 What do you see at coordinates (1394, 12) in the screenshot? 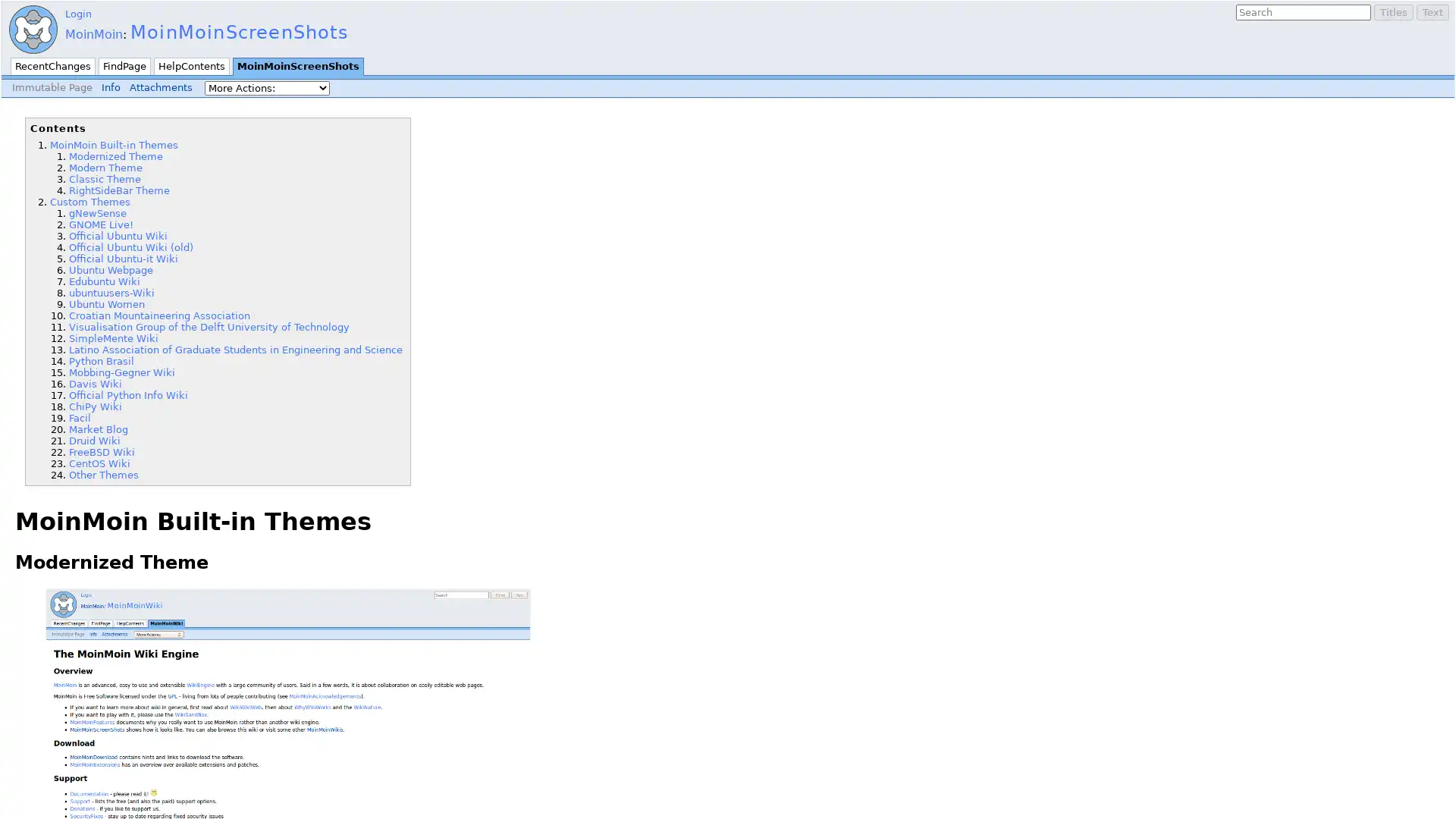
I see `Titles` at bounding box center [1394, 12].